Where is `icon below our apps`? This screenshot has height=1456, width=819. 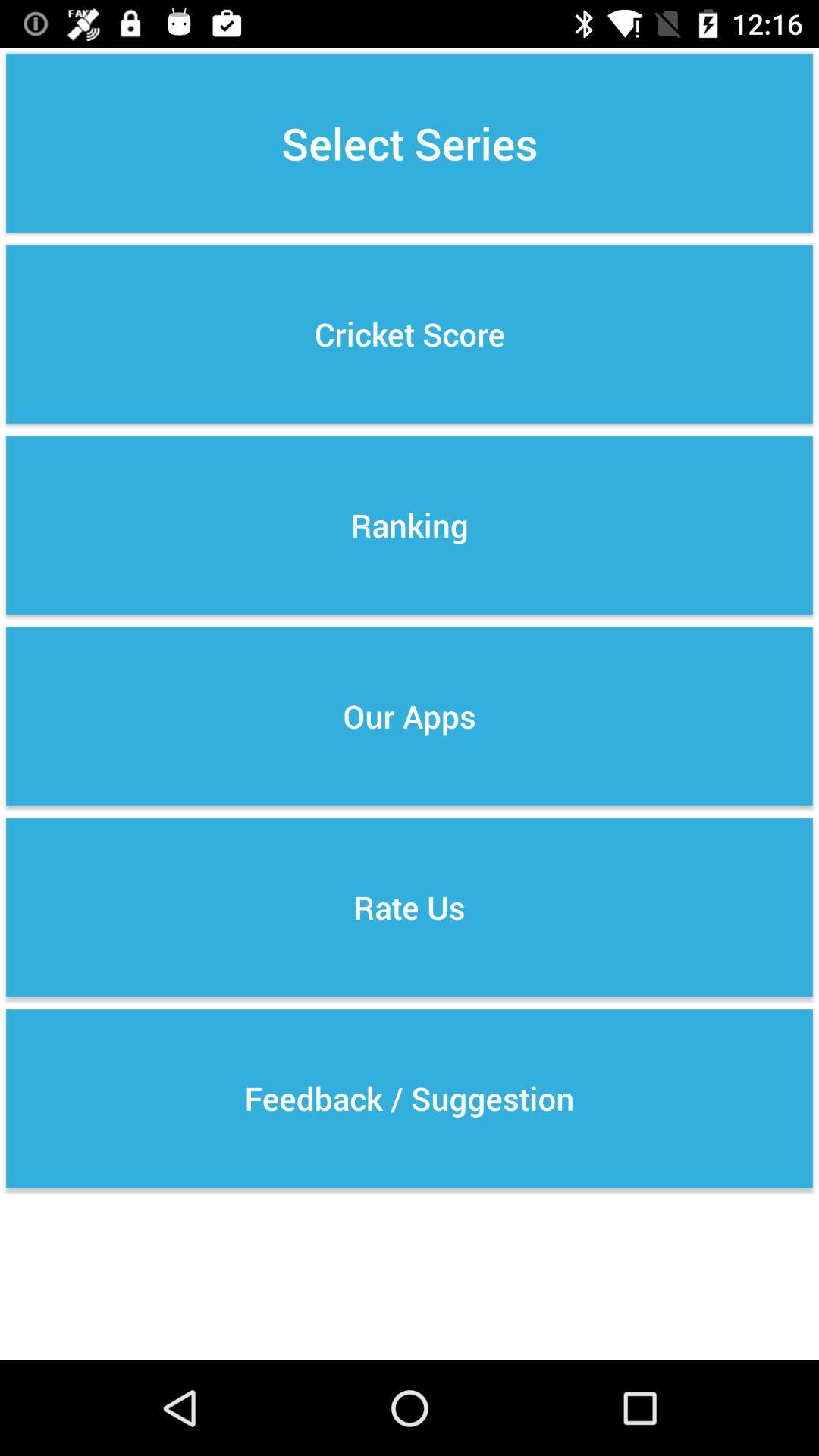 icon below our apps is located at coordinates (409, 907).